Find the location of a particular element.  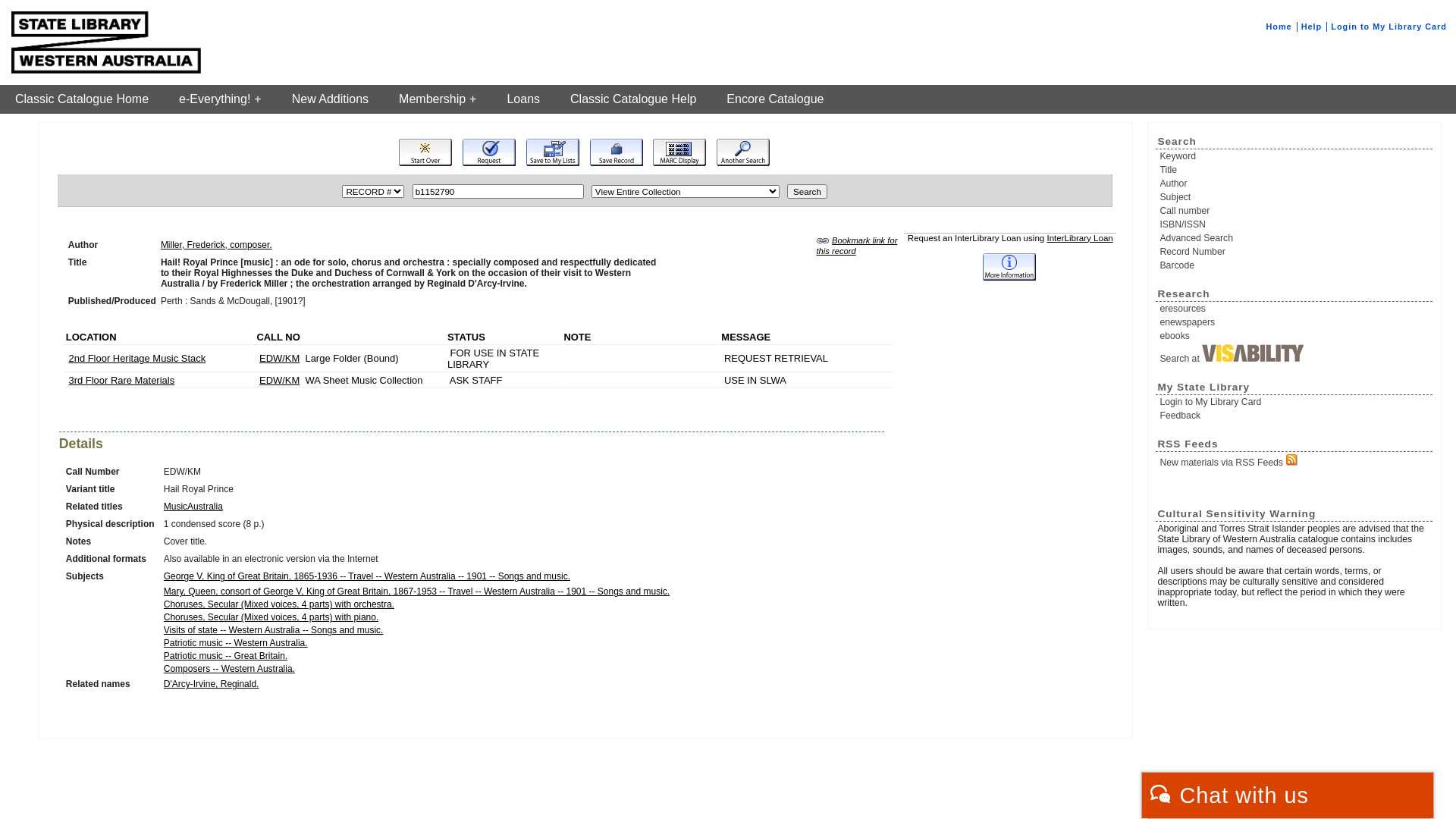

'3rd Floor Rare Materials' is located at coordinates (120, 379).